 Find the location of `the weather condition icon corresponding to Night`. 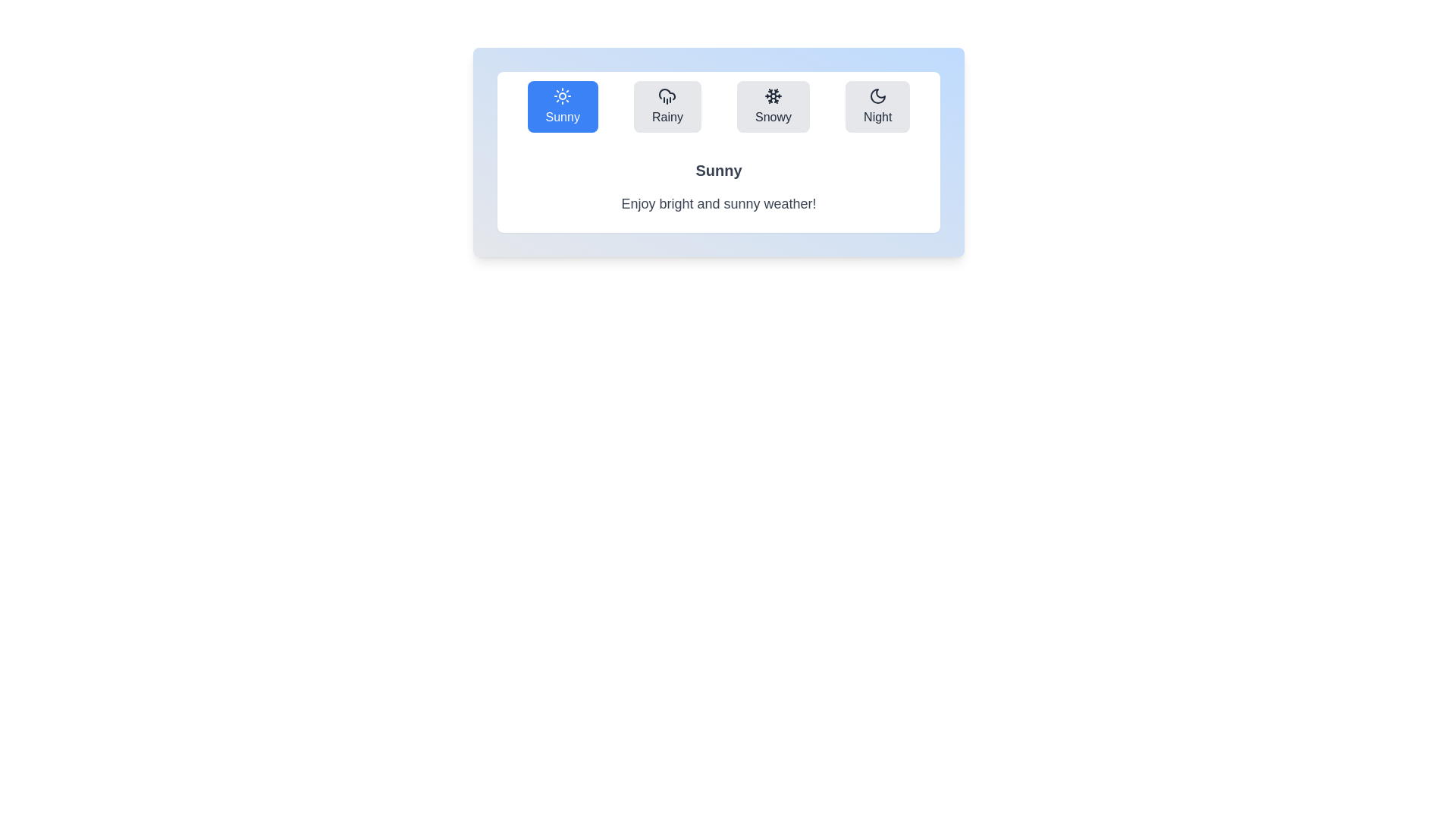

the weather condition icon corresponding to Night is located at coordinates (877, 106).